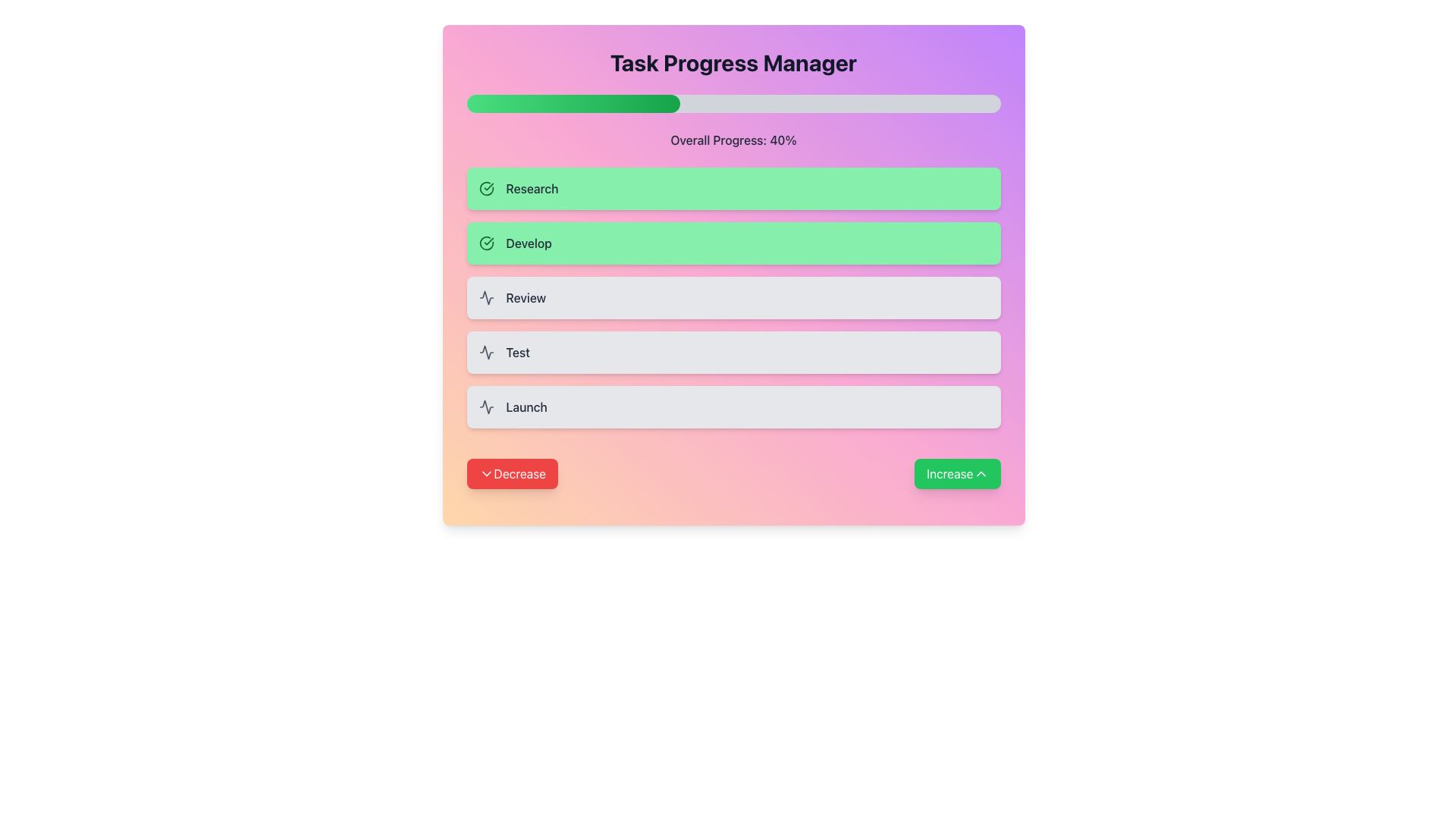 The image size is (1456, 819). What do you see at coordinates (573, 103) in the screenshot?
I see `the progress bar portion element, which is a horizontally elongated rectangle with rounded ends, displaying a gradient from light green to dark green, located within a wider gray progress bar near the top of the interface` at bounding box center [573, 103].